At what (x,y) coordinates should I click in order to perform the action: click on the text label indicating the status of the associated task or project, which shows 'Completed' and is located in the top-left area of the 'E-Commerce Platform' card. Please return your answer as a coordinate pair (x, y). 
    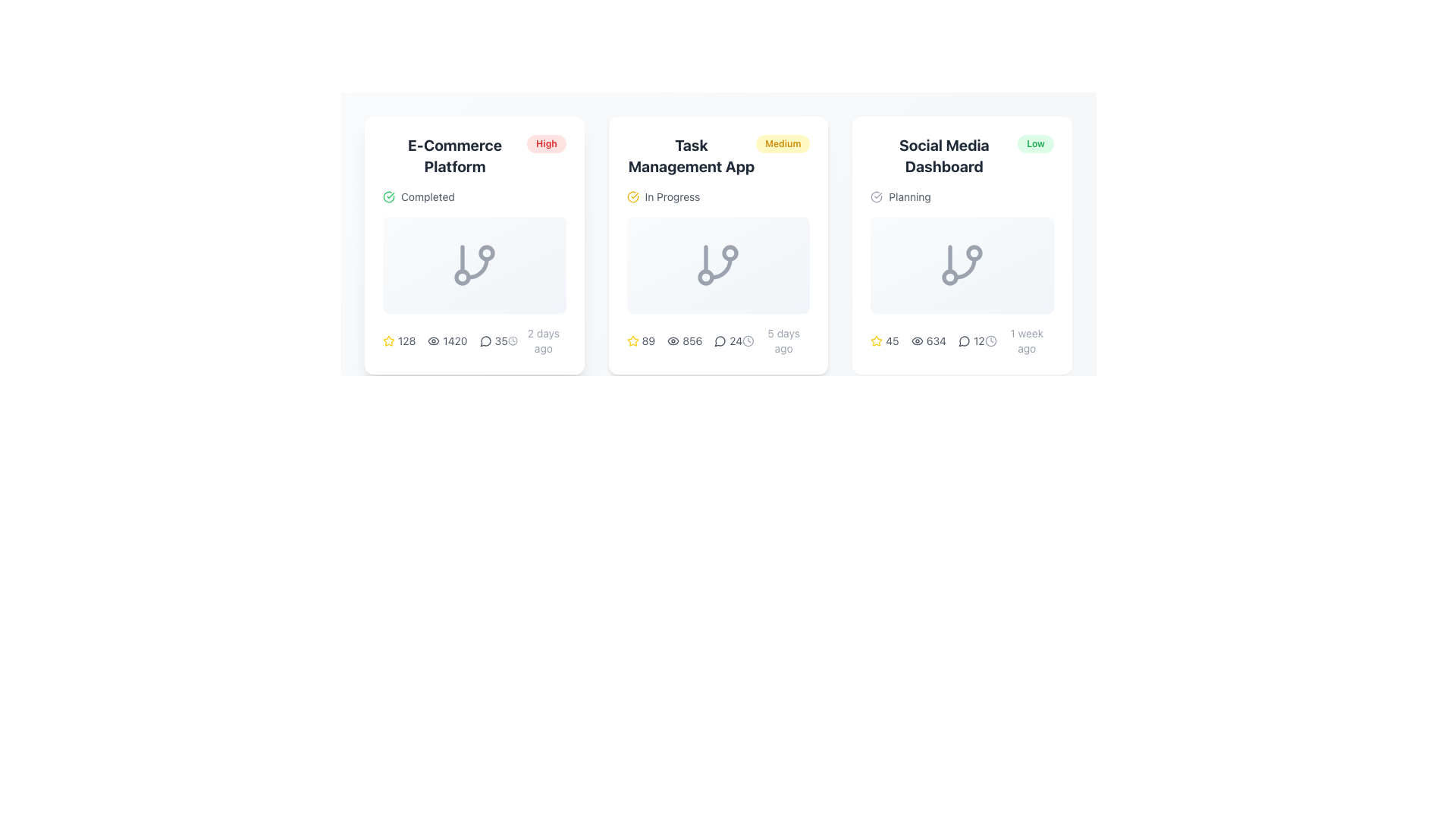
    Looking at the image, I should click on (427, 196).